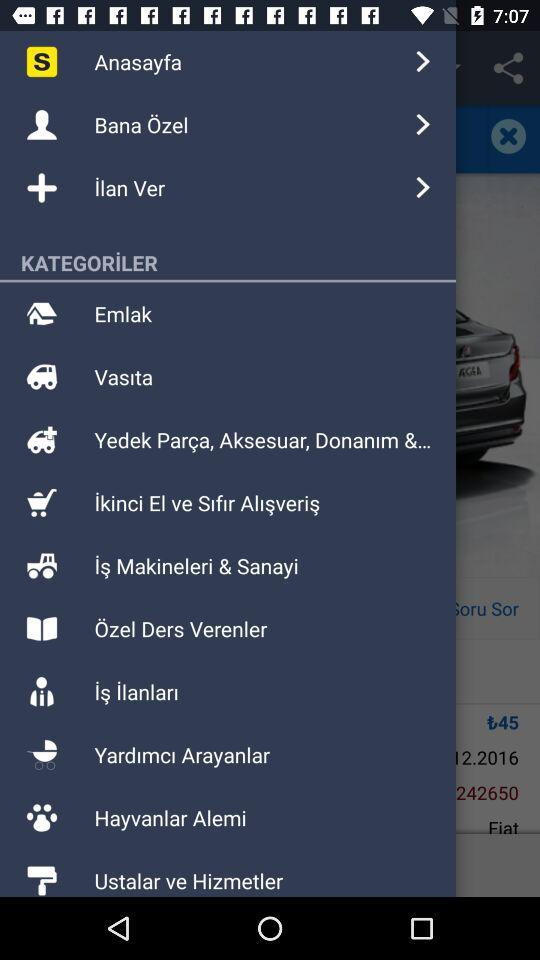  What do you see at coordinates (513, 135) in the screenshot?
I see `the close icon` at bounding box center [513, 135].